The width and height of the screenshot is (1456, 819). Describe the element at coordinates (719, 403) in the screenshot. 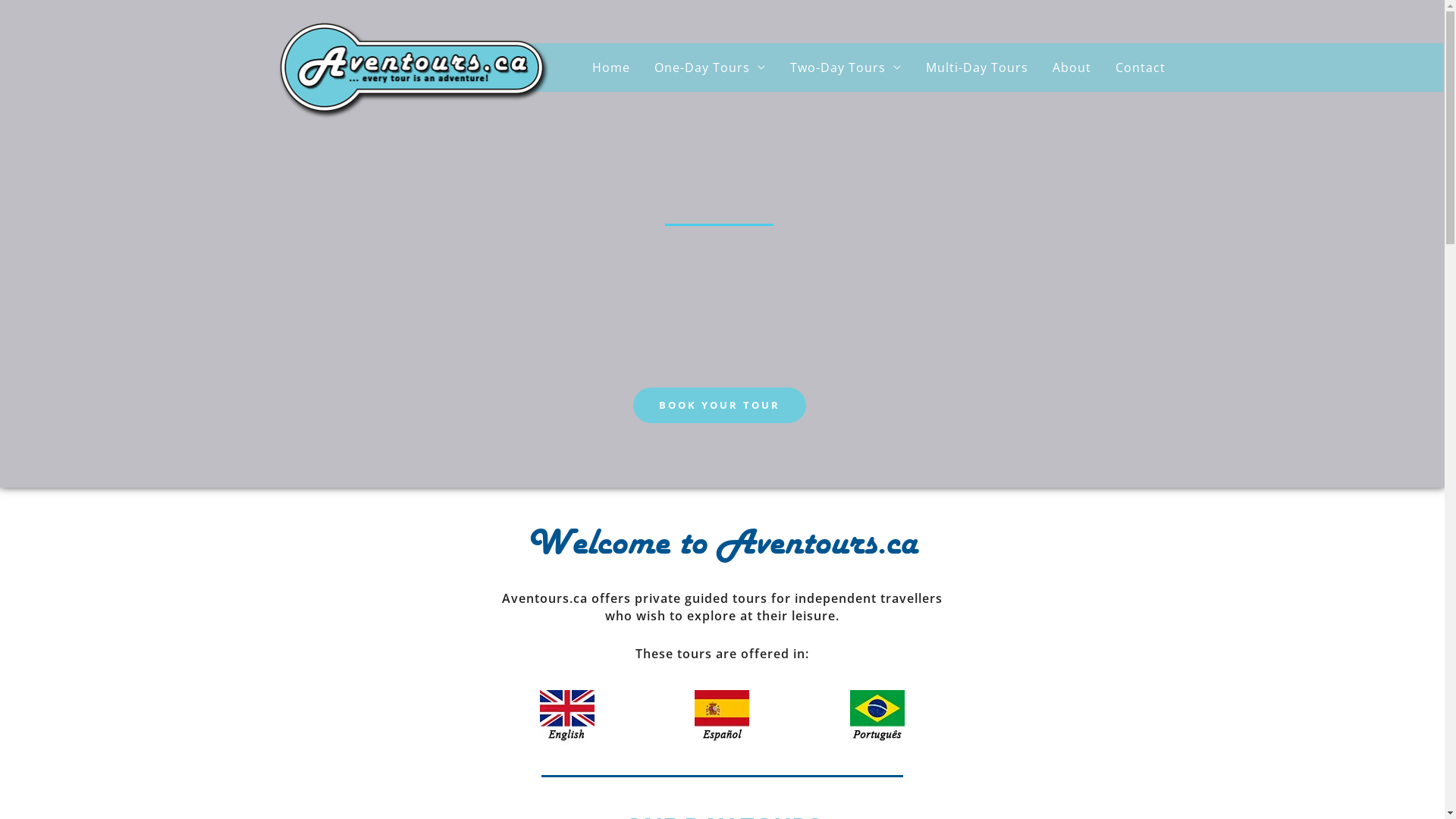

I see `'BOOK YOUR TOUR'` at that location.